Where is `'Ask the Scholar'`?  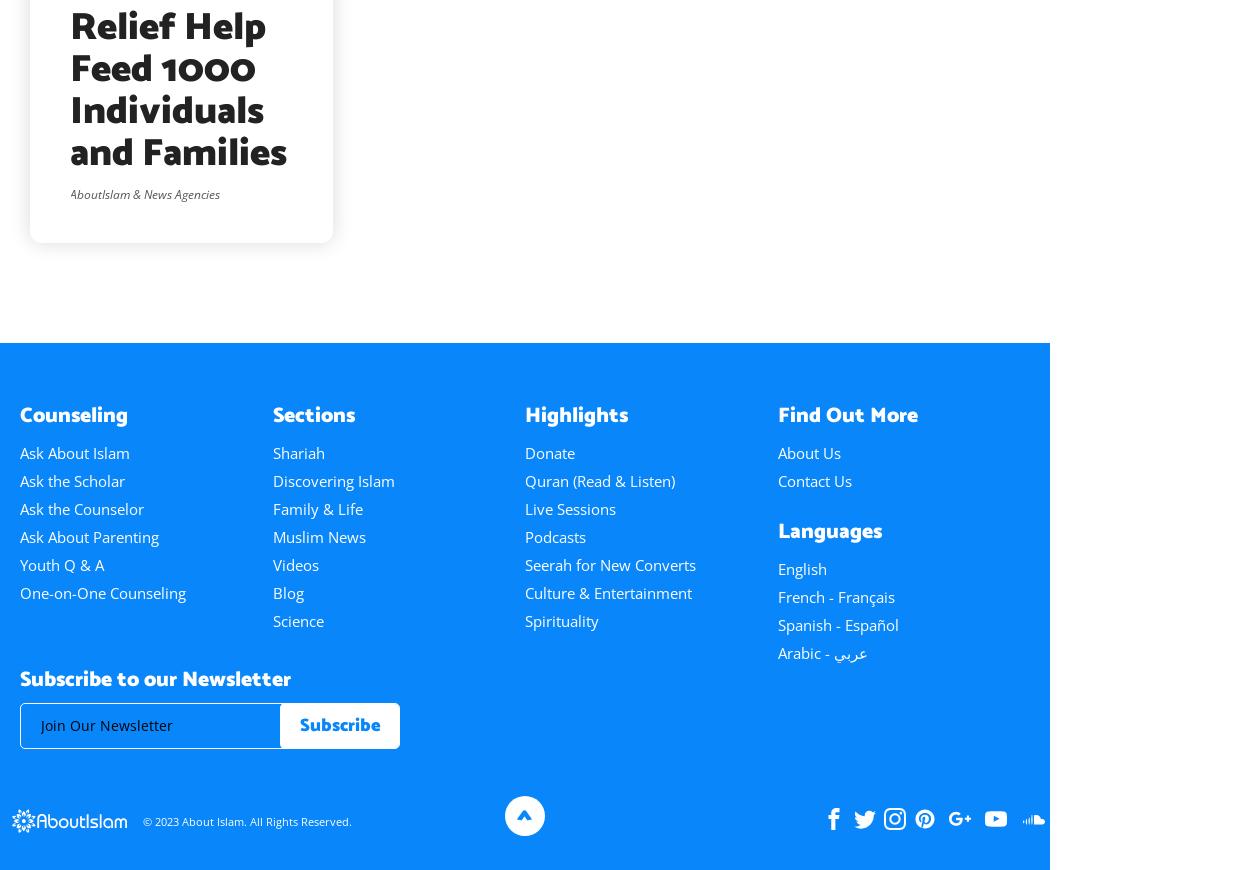
'Ask the Scholar' is located at coordinates (19, 478).